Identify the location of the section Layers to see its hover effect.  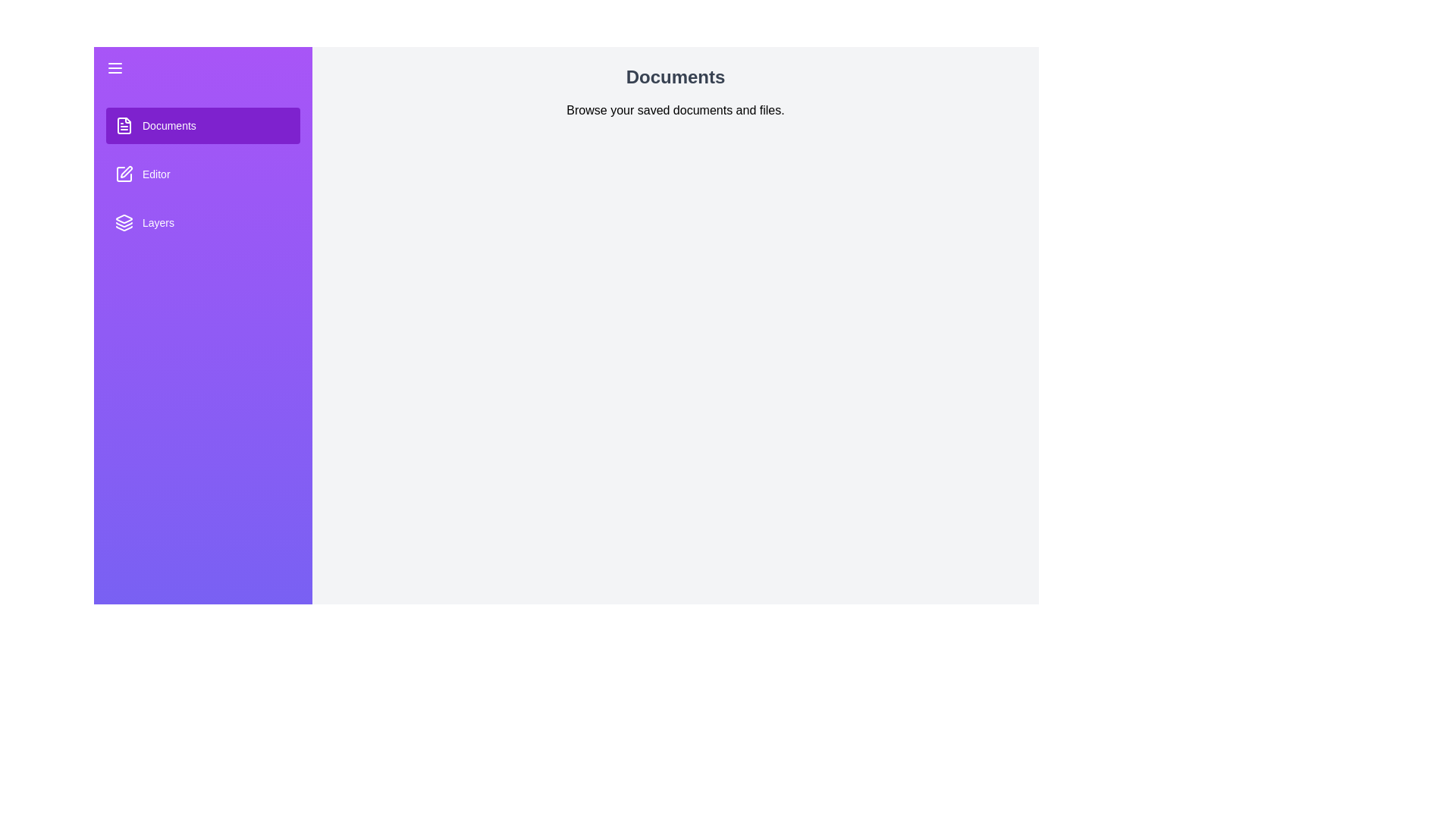
(202, 222).